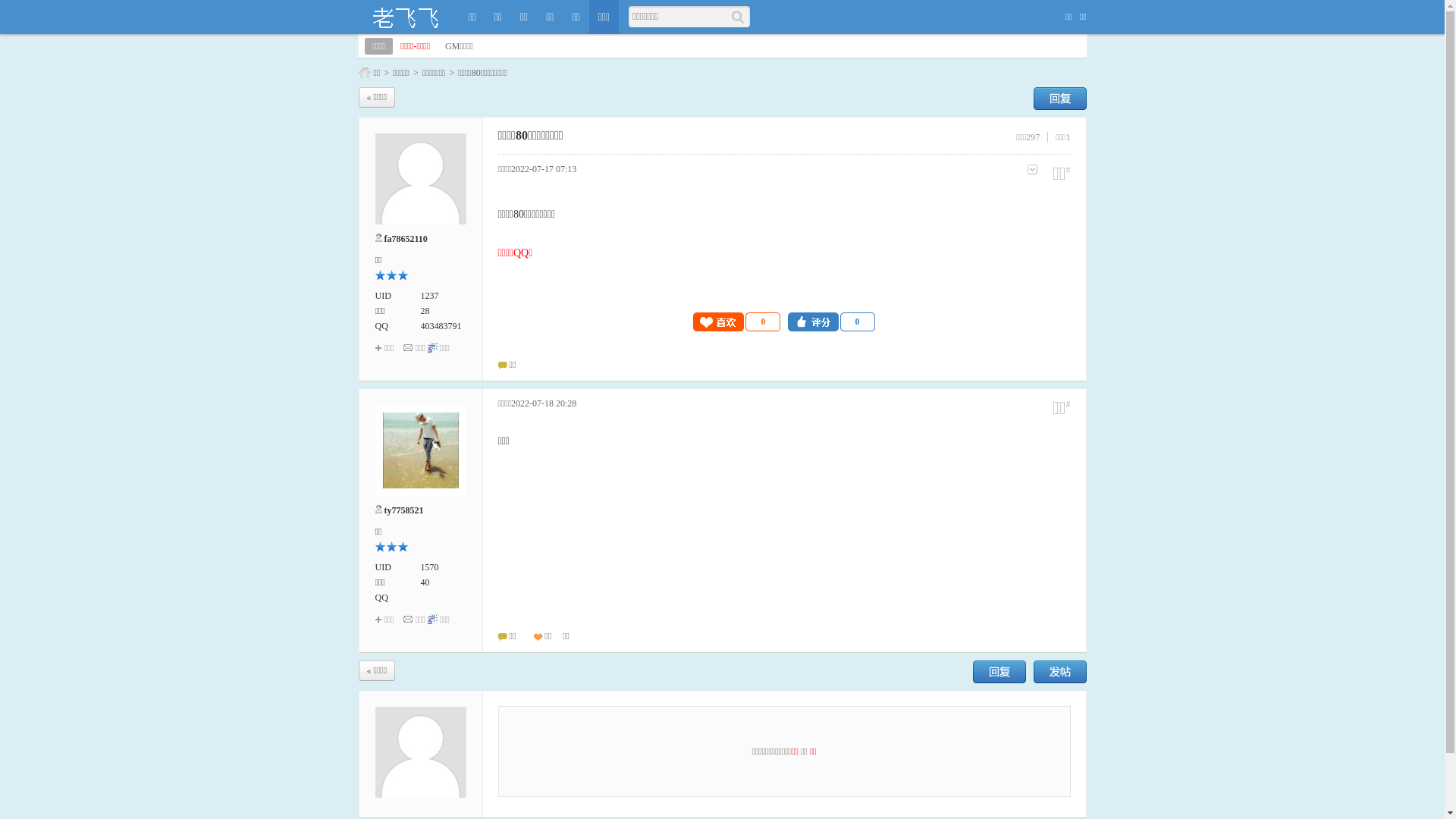  What do you see at coordinates (830, 321) in the screenshot?
I see `'0'` at bounding box center [830, 321].